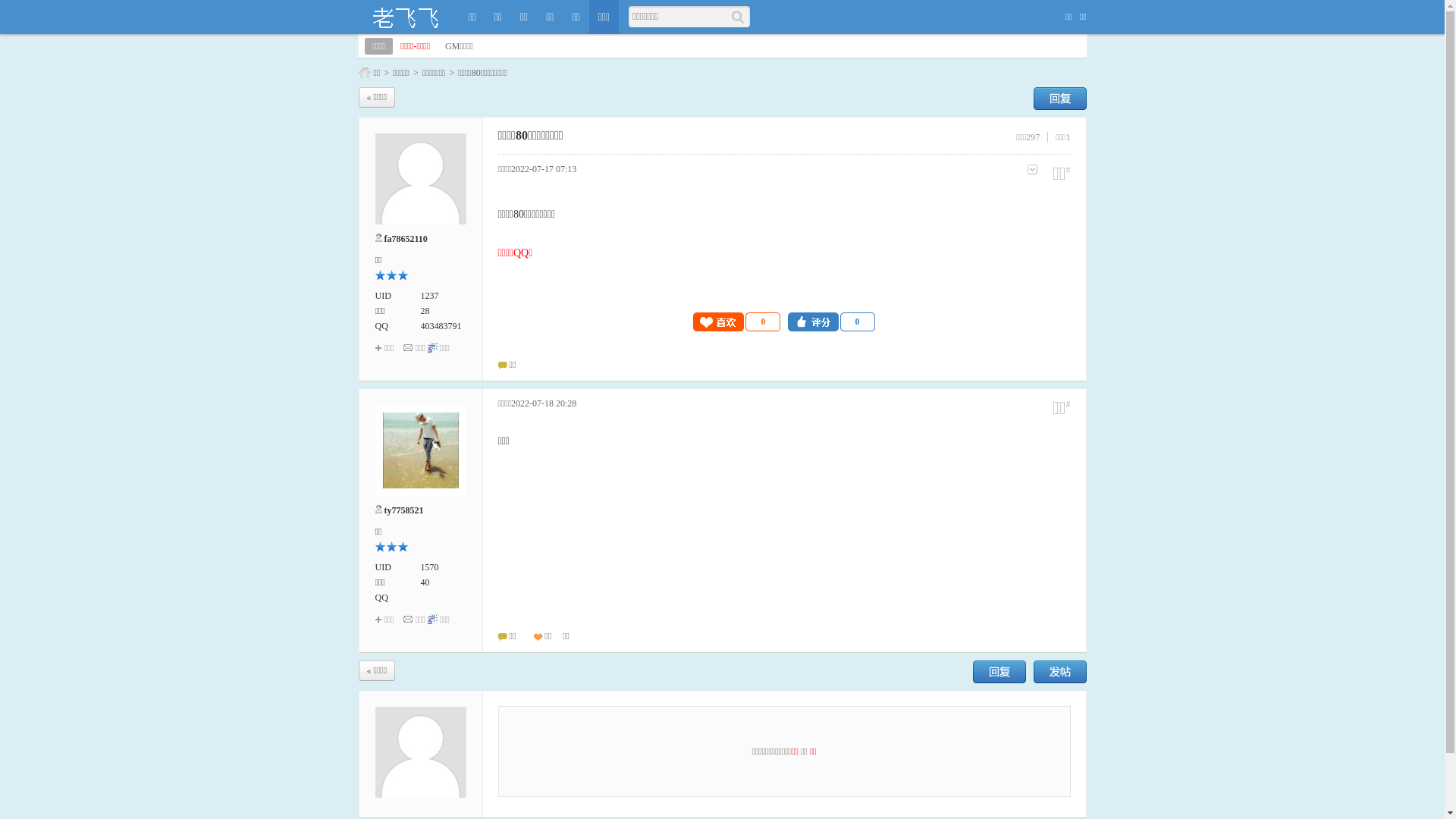  What do you see at coordinates (830, 321) in the screenshot?
I see `'0'` at bounding box center [830, 321].